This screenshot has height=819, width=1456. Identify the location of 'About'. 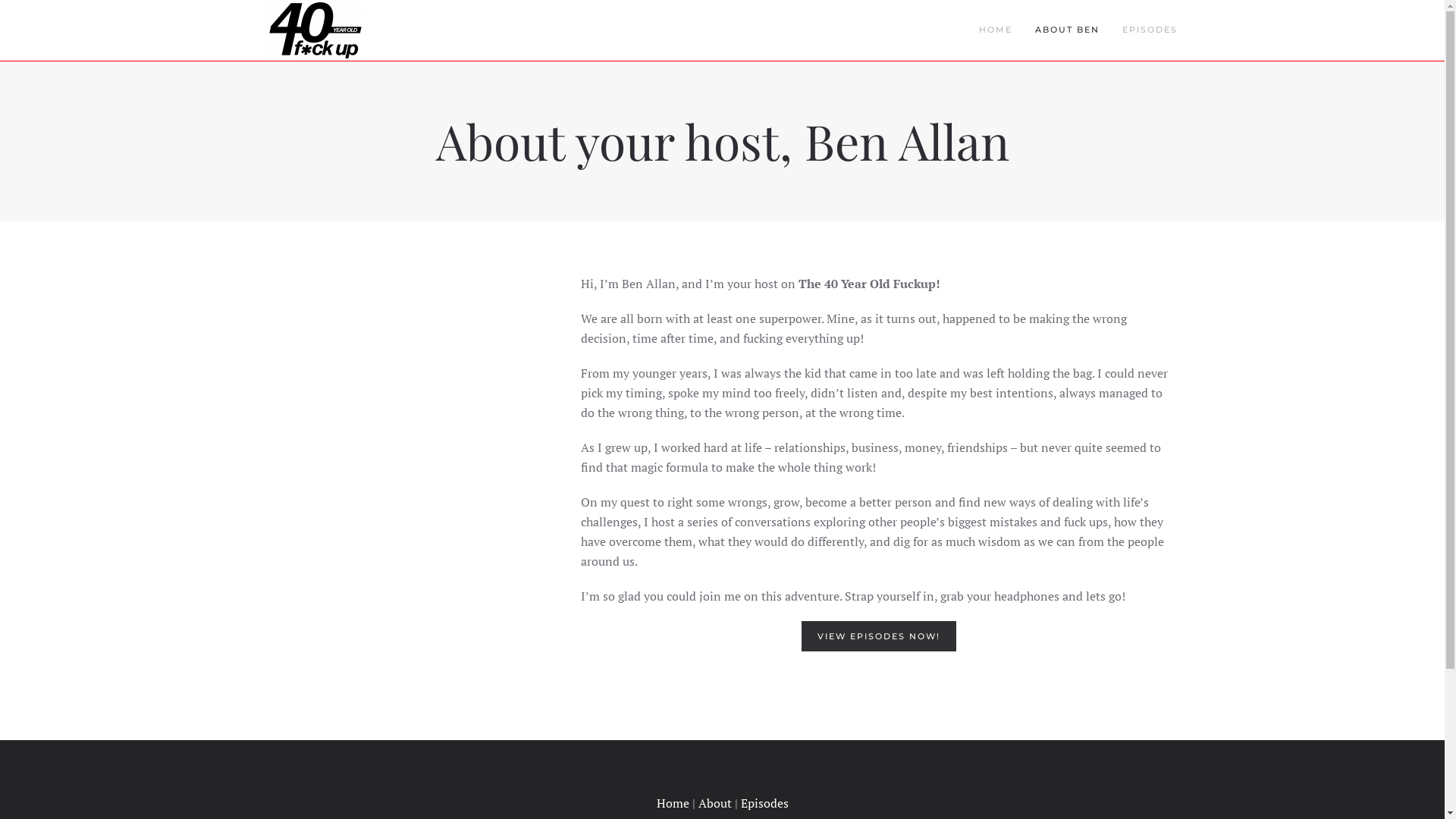
(713, 802).